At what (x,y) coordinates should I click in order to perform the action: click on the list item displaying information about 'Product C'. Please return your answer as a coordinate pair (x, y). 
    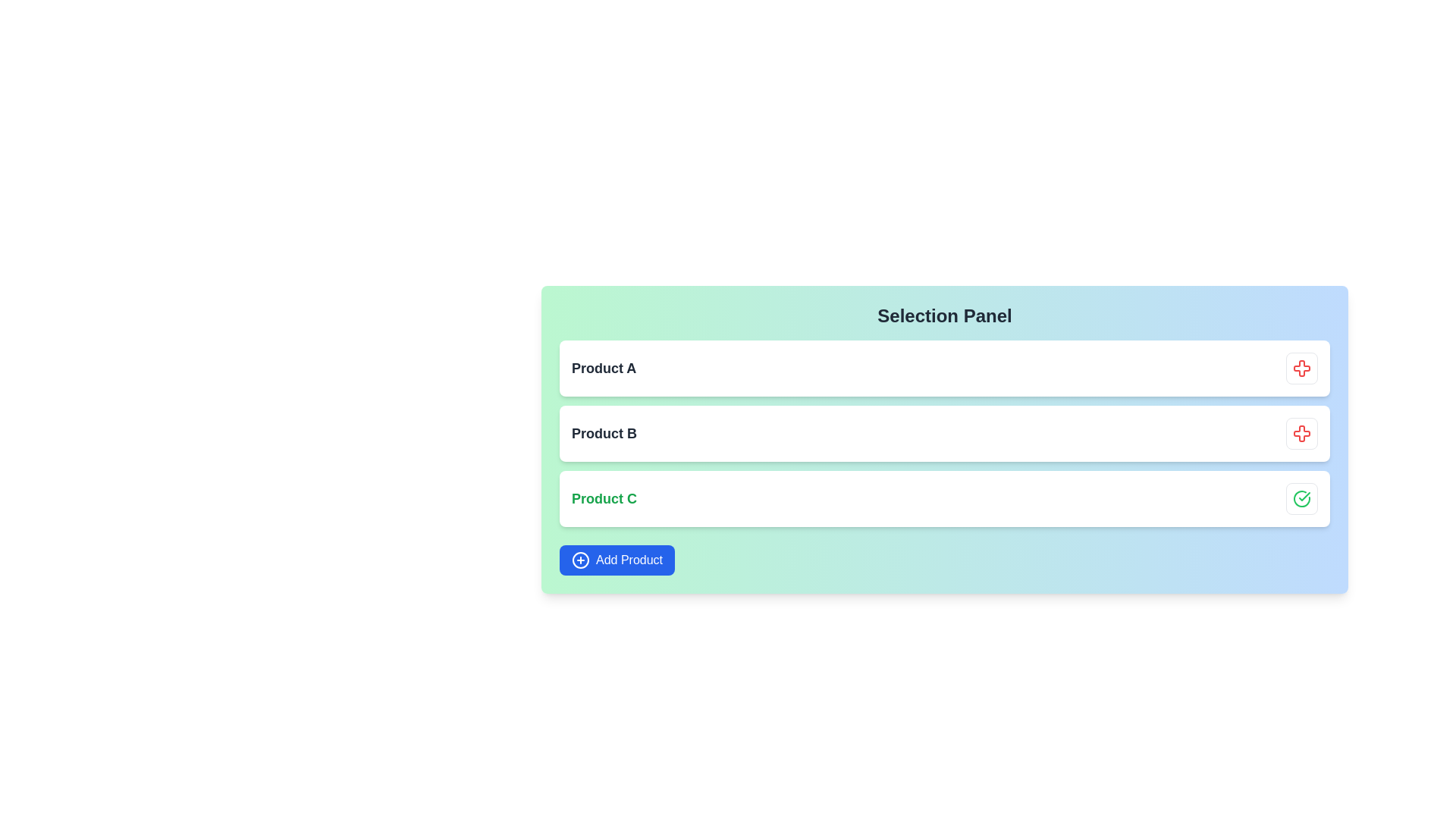
    Looking at the image, I should click on (944, 499).